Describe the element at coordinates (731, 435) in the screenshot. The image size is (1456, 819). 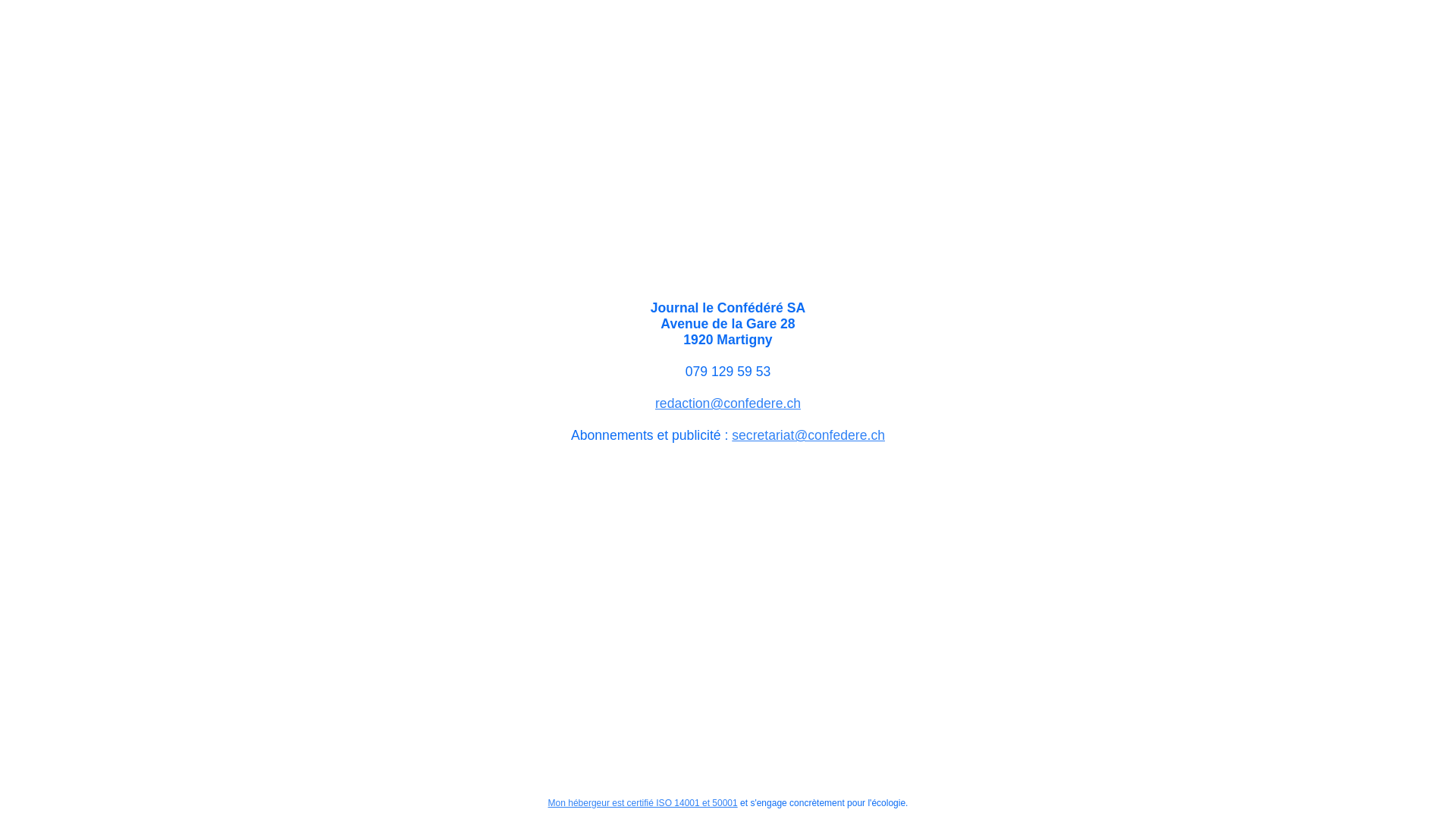
I see `'secretariat@confedere.ch'` at that location.